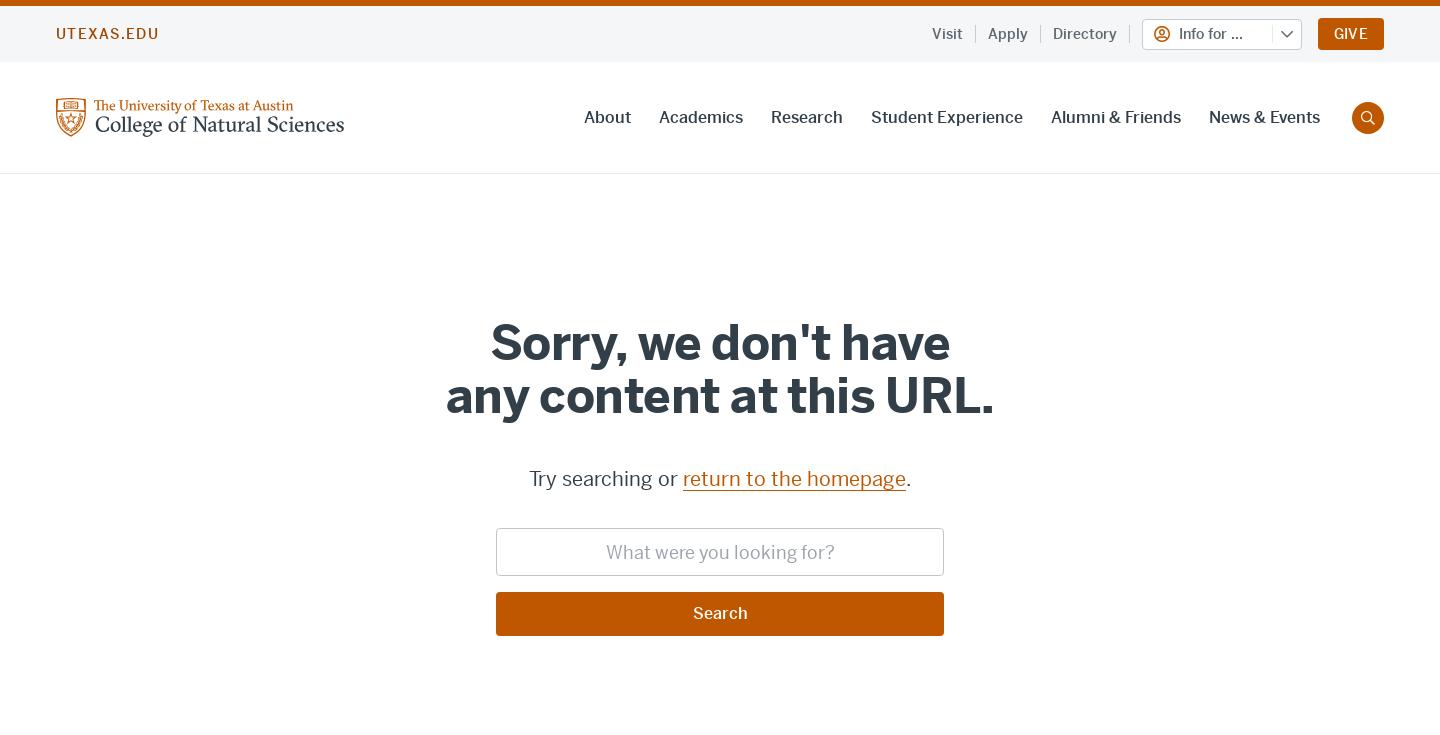  What do you see at coordinates (1051, 116) in the screenshot?
I see `'Alumni & Friends'` at bounding box center [1051, 116].